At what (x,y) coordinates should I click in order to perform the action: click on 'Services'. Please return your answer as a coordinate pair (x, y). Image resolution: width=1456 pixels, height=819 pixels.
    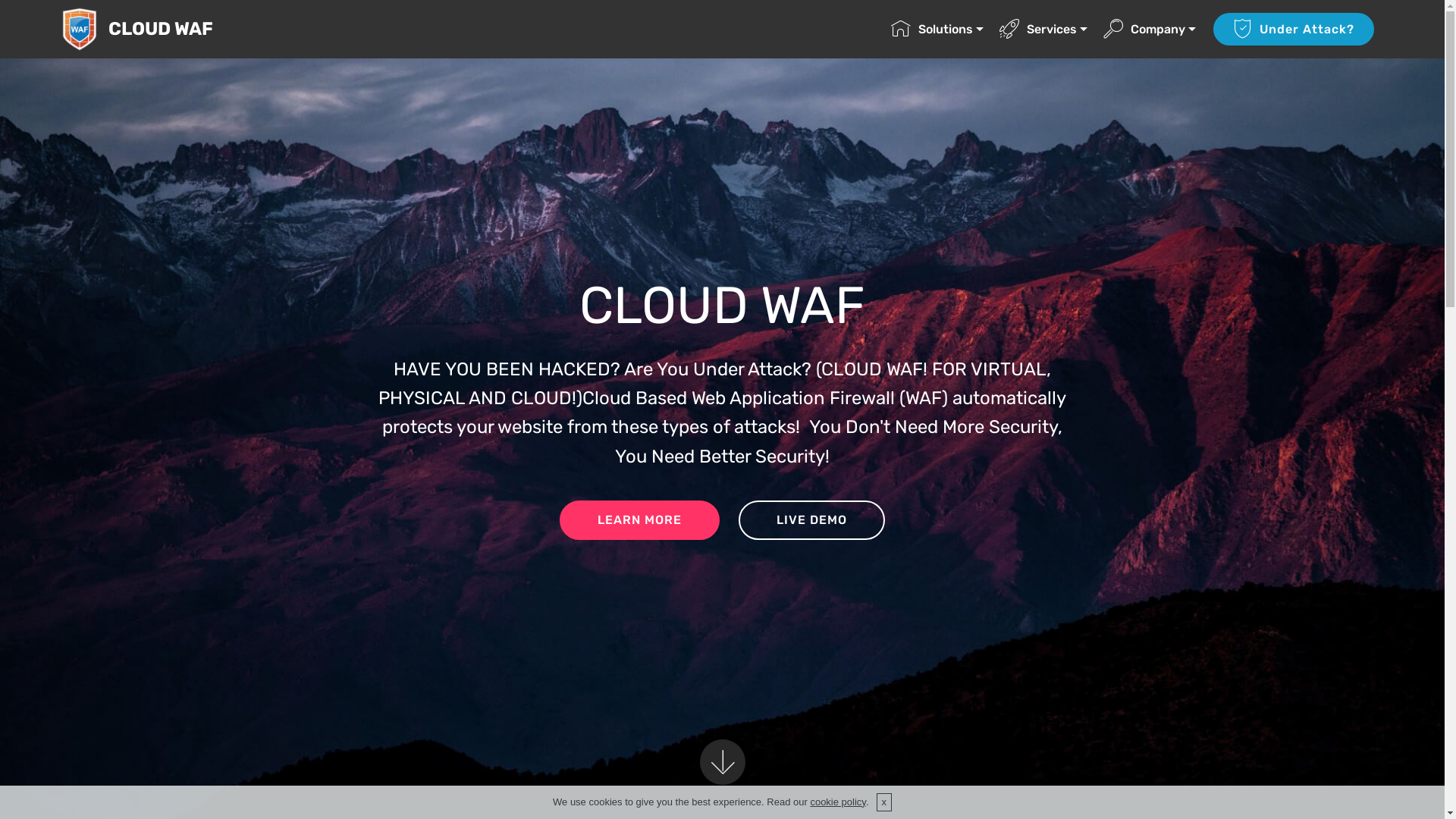
    Looking at the image, I should click on (1043, 29).